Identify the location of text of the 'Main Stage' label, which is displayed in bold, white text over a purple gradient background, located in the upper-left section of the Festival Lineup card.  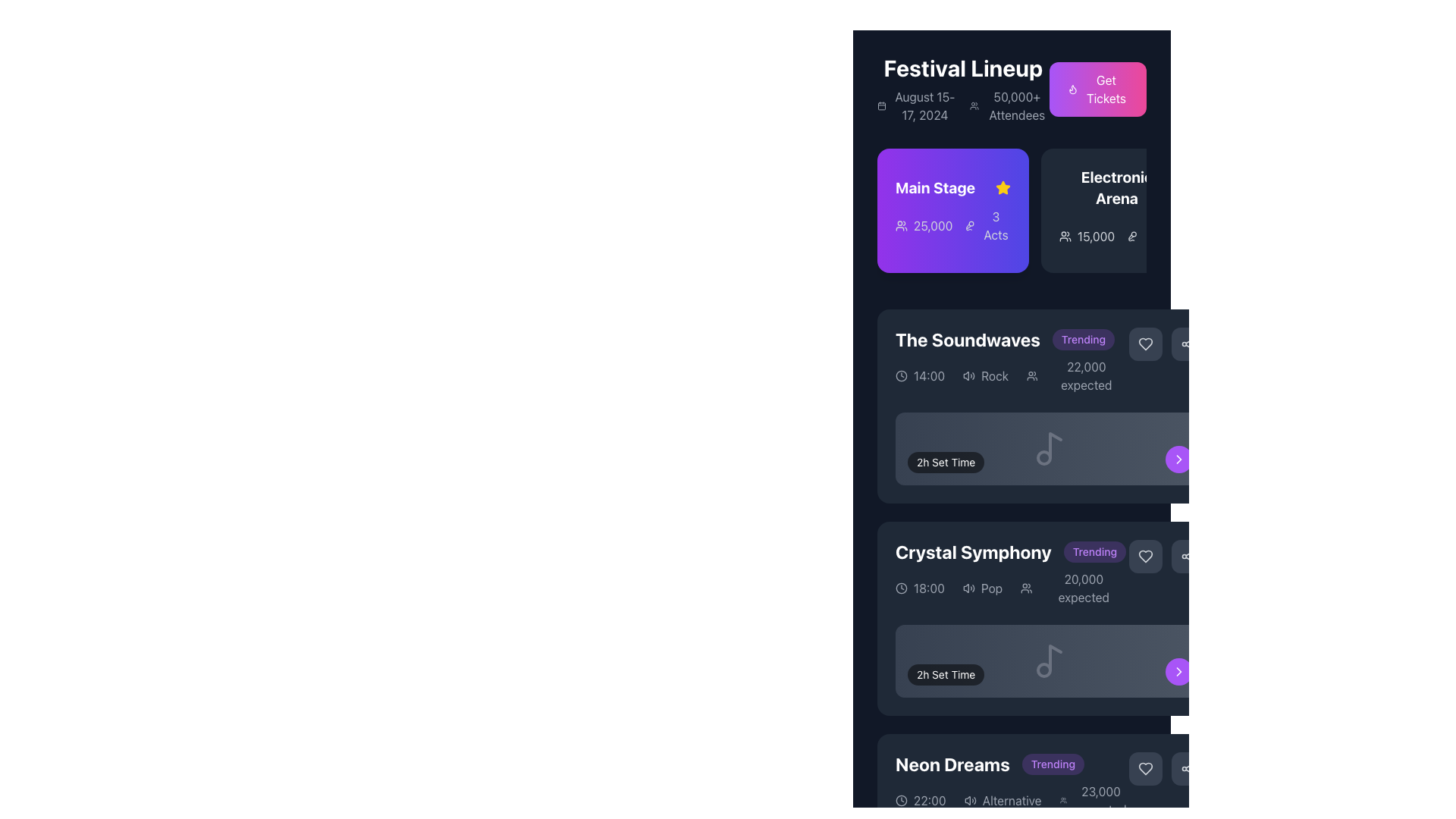
(952, 187).